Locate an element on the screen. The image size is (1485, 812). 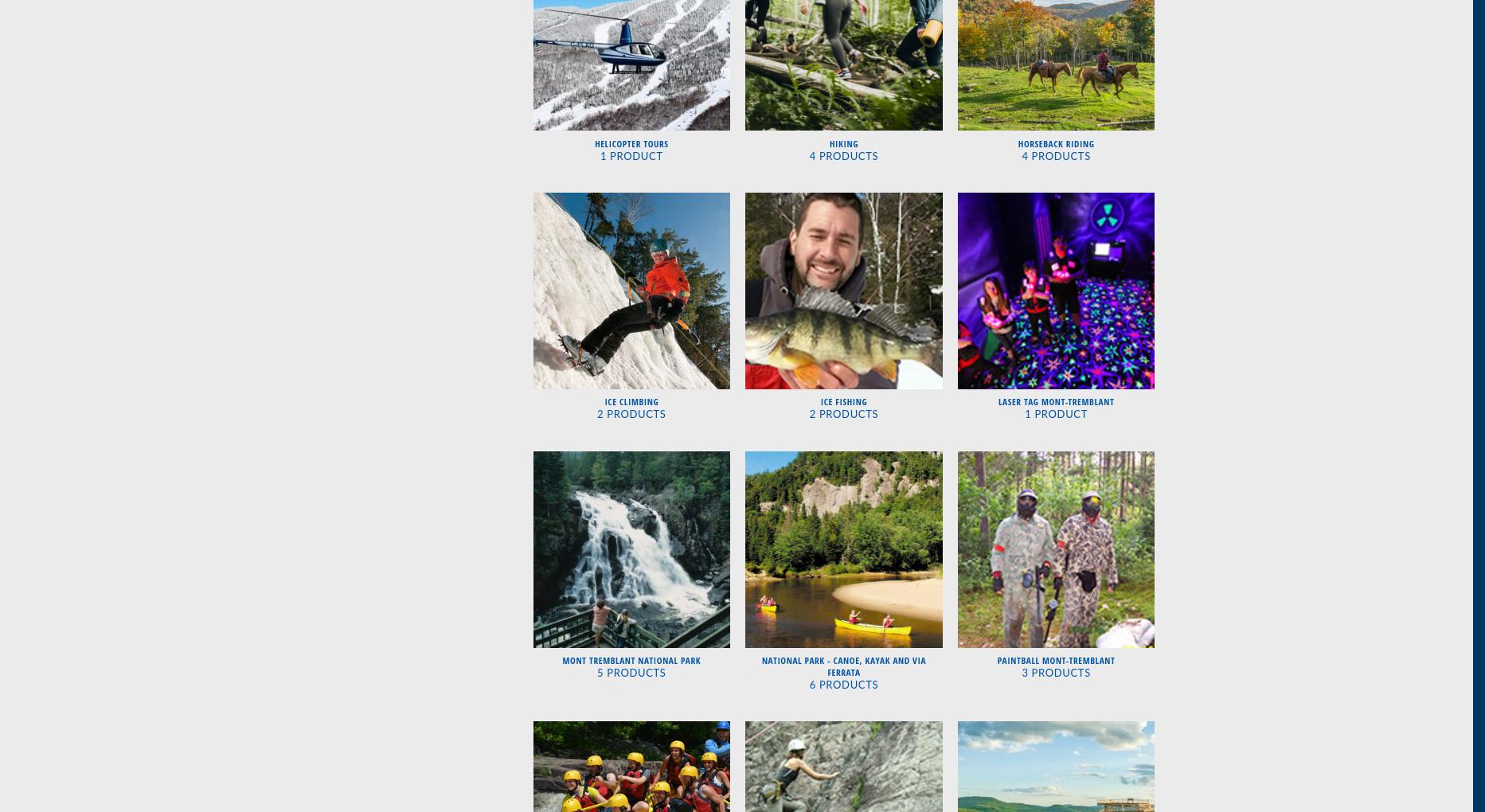
'Ice Climbing' is located at coordinates (604, 401).